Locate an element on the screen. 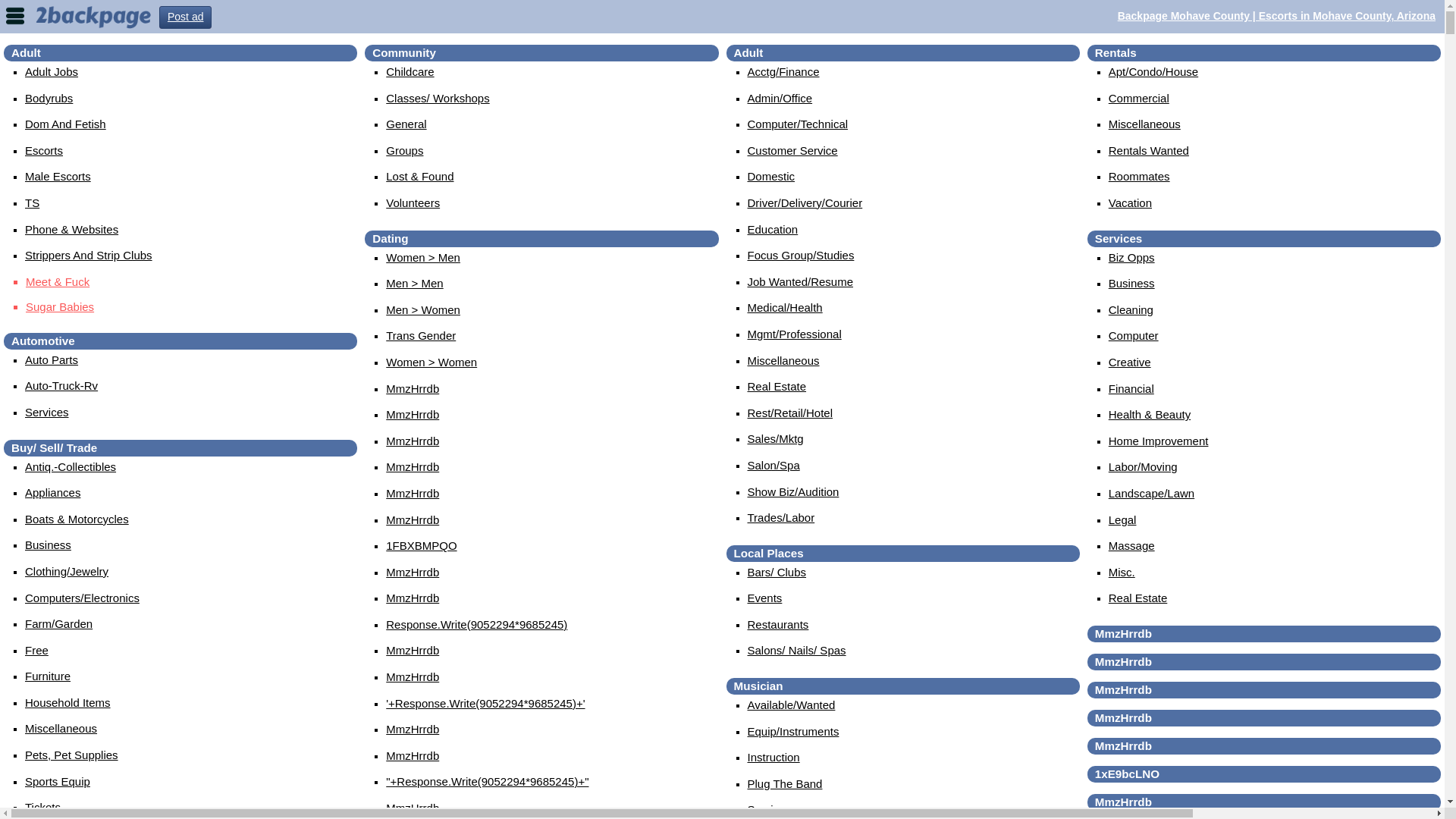  'Computer' is located at coordinates (1133, 334).